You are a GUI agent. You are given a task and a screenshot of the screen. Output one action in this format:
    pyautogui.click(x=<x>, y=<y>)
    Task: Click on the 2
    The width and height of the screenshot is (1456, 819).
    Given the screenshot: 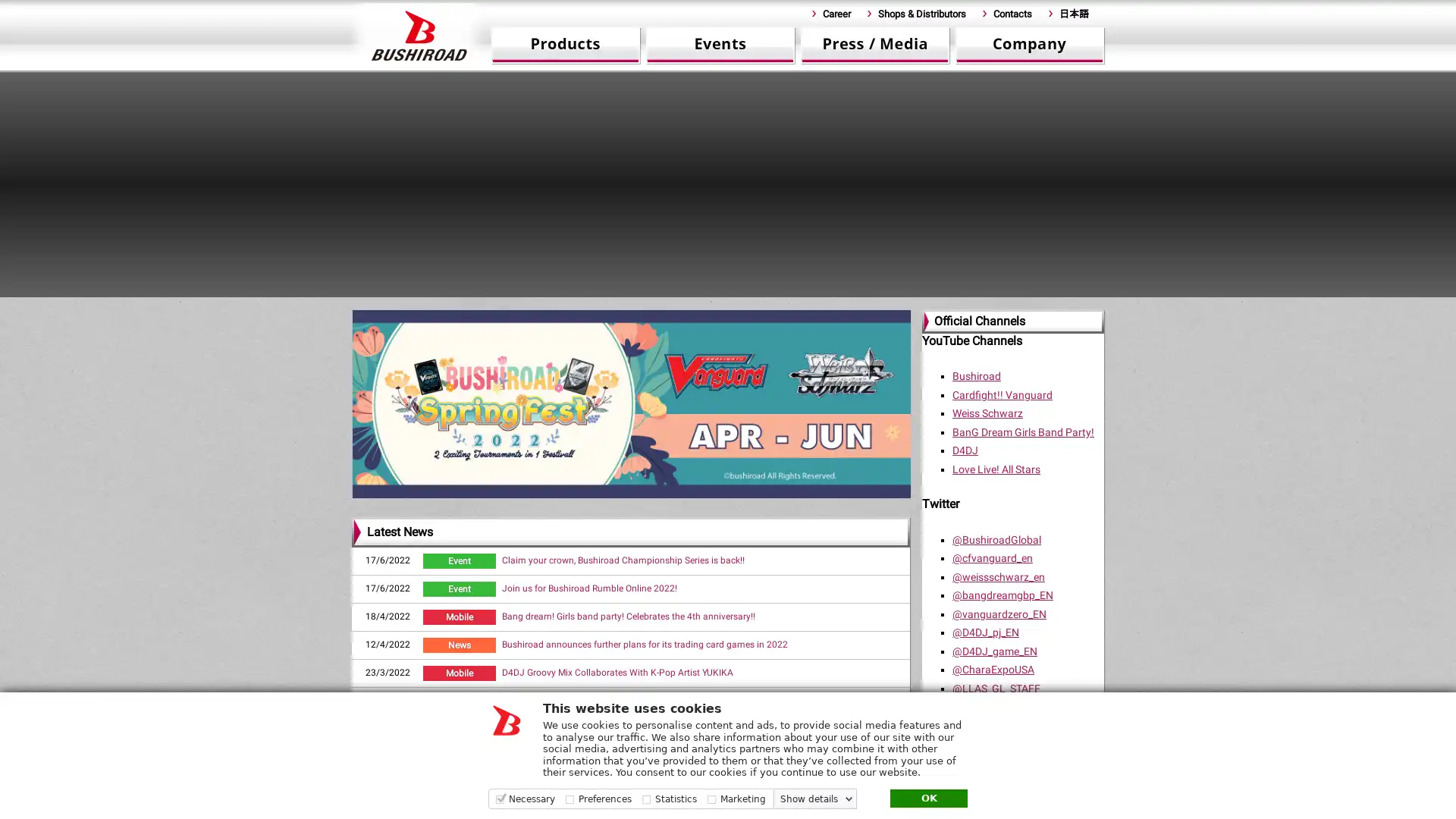 What is the action you would take?
    pyautogui.click(x=579, y=291)
    